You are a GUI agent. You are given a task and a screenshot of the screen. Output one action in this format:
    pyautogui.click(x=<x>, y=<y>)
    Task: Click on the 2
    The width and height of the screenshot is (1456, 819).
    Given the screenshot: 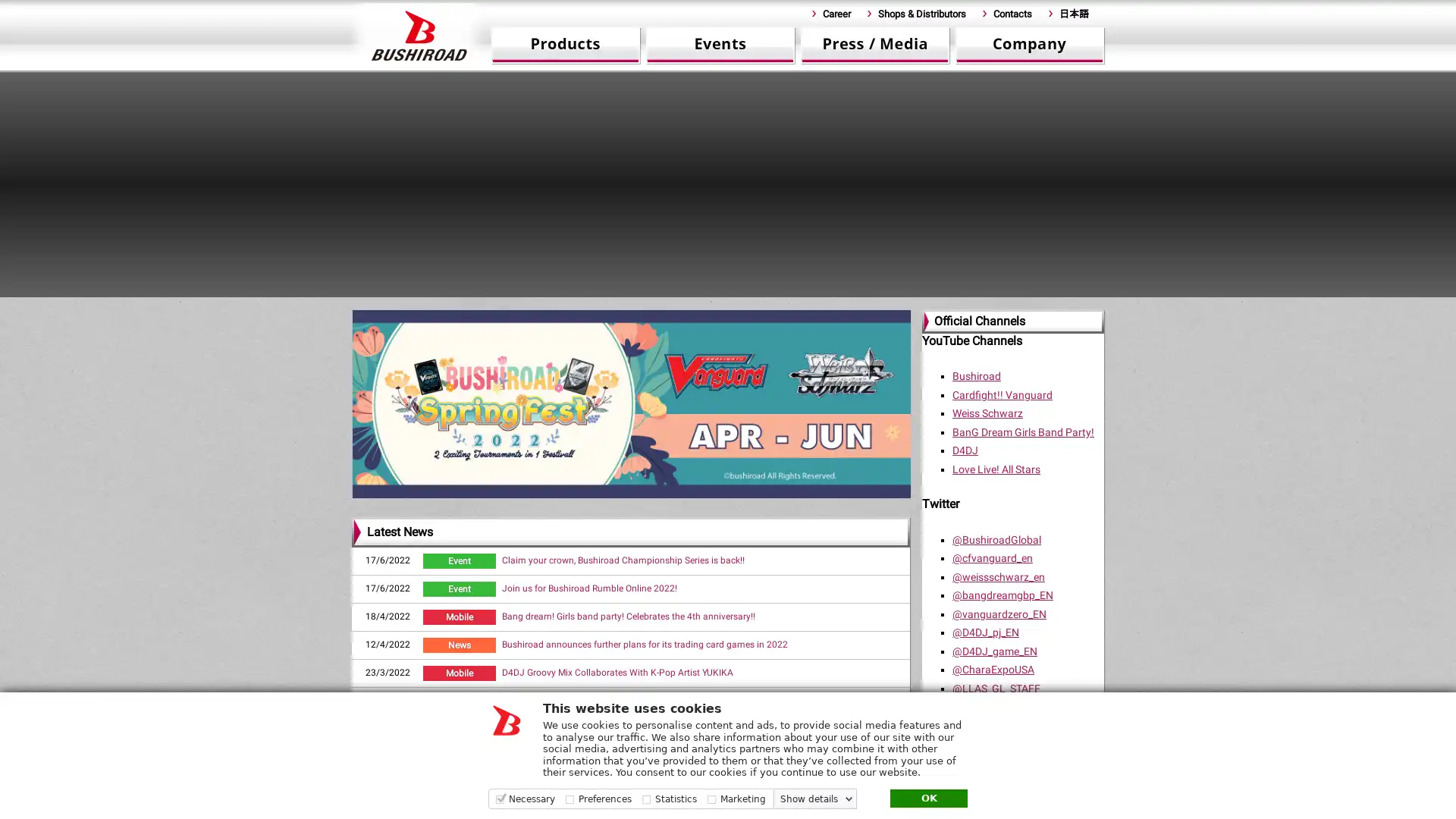 What is the action you would take?
    pyautogui.click(x=579, y=291)
    